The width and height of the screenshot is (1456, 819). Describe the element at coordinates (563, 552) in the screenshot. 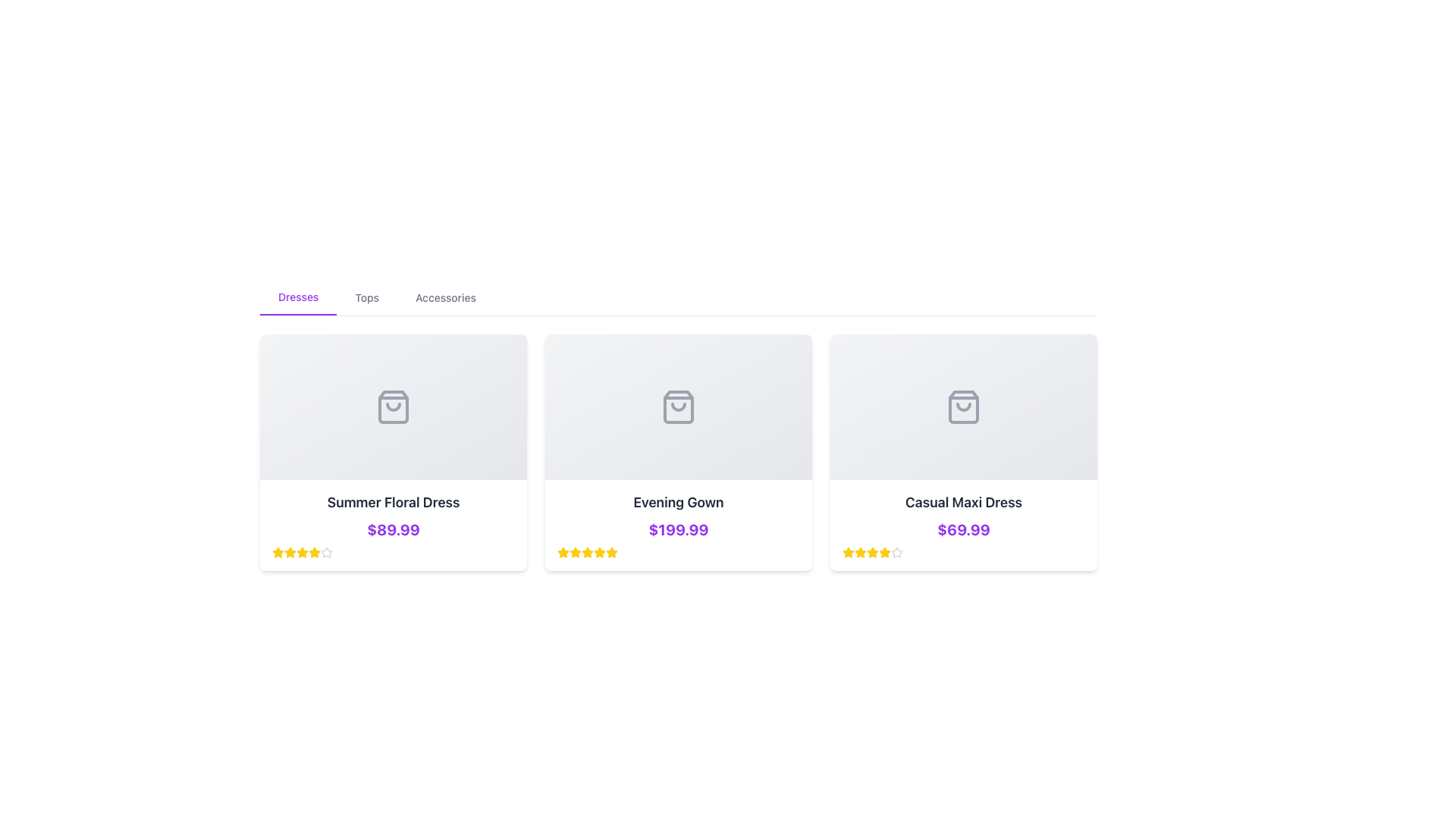

I see `the star icon representing the product's rating in the second card of the grid, located below the price '$199.99'` at that location.